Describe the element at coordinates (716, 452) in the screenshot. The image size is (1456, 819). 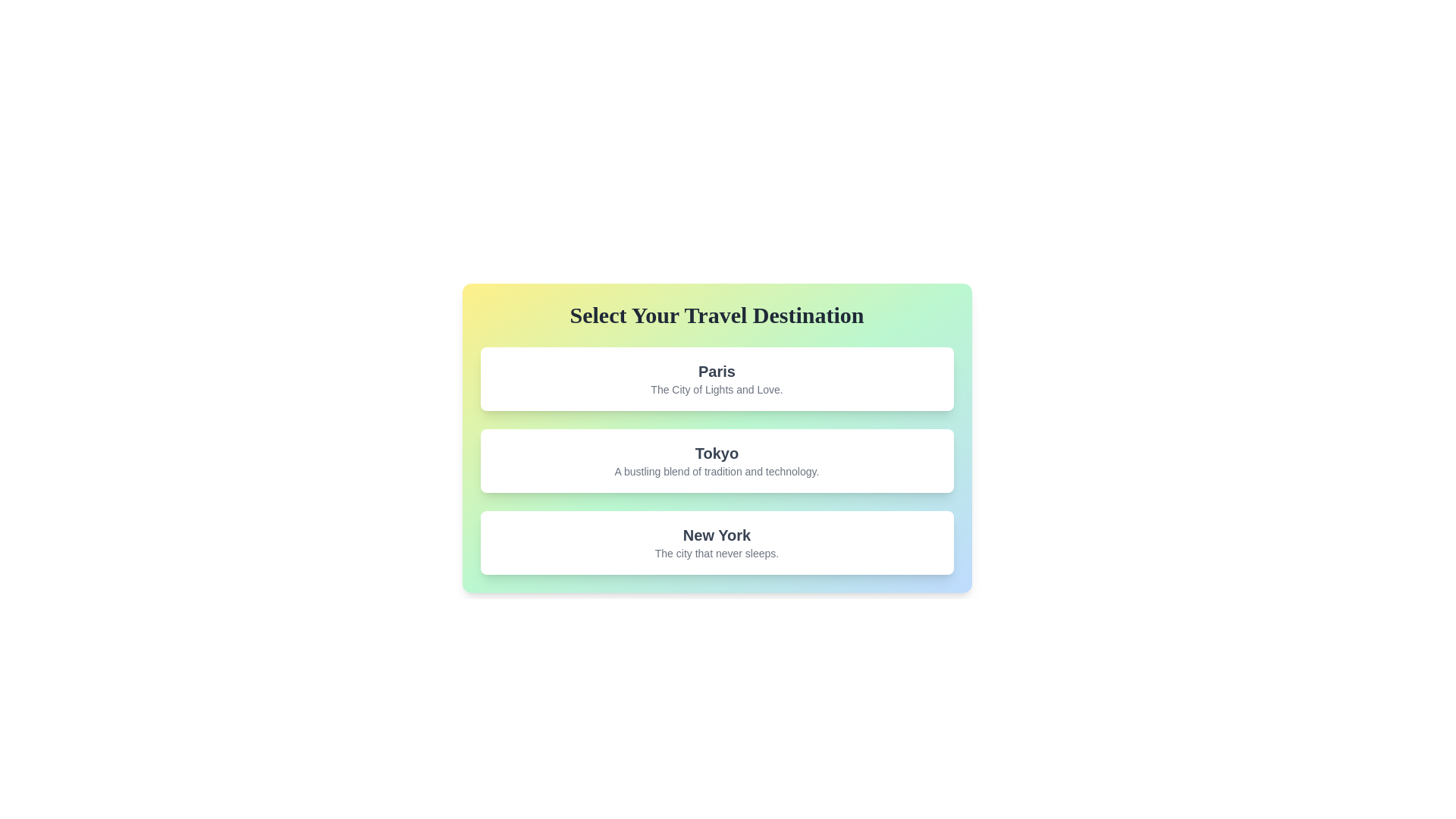
I see `the Text Label indicating the travel destination 'Tokyo', which is positioned at the top center of the travel option box` at that location.